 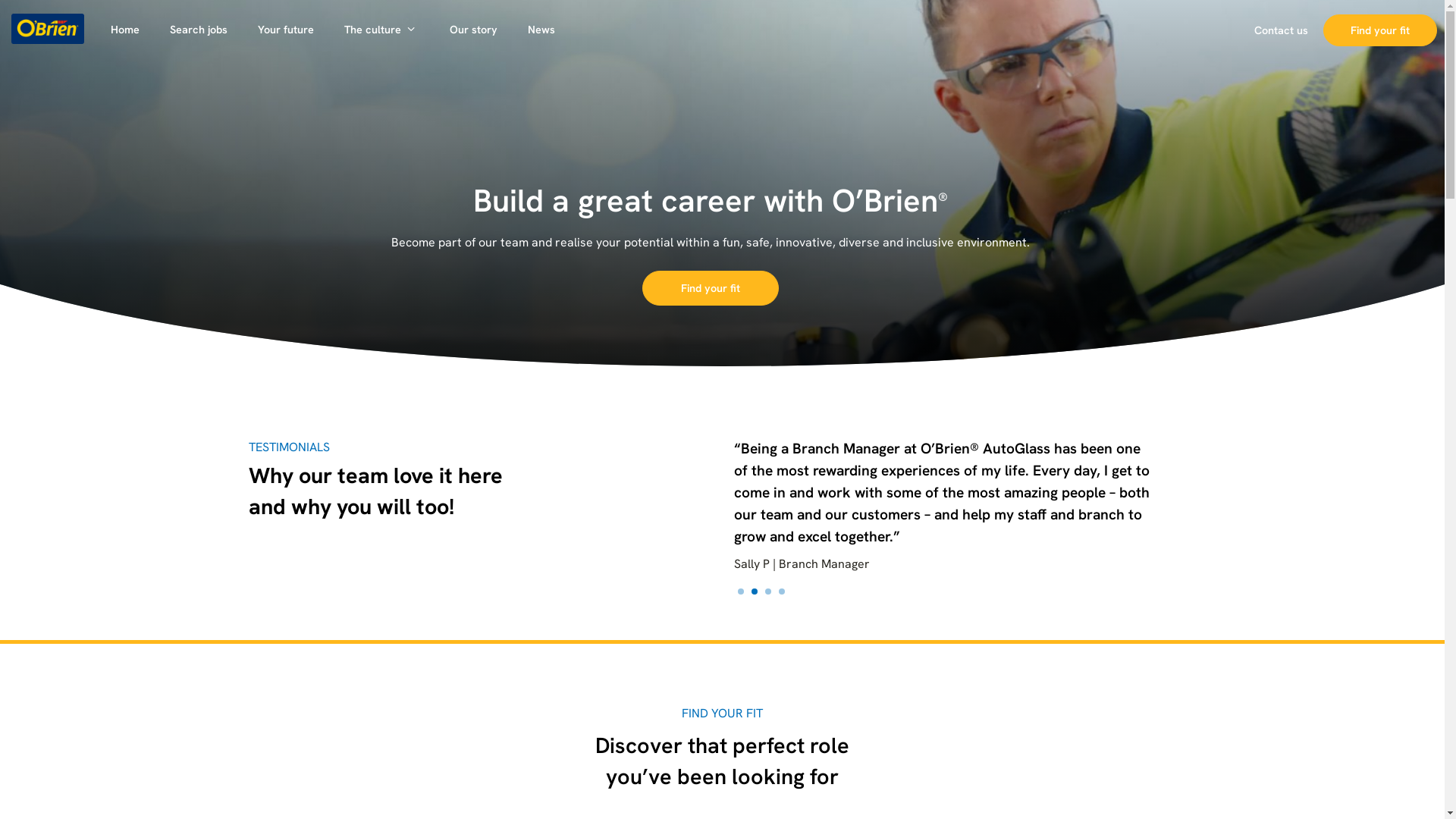 I want to click on '1', so click(x=739, y=590).